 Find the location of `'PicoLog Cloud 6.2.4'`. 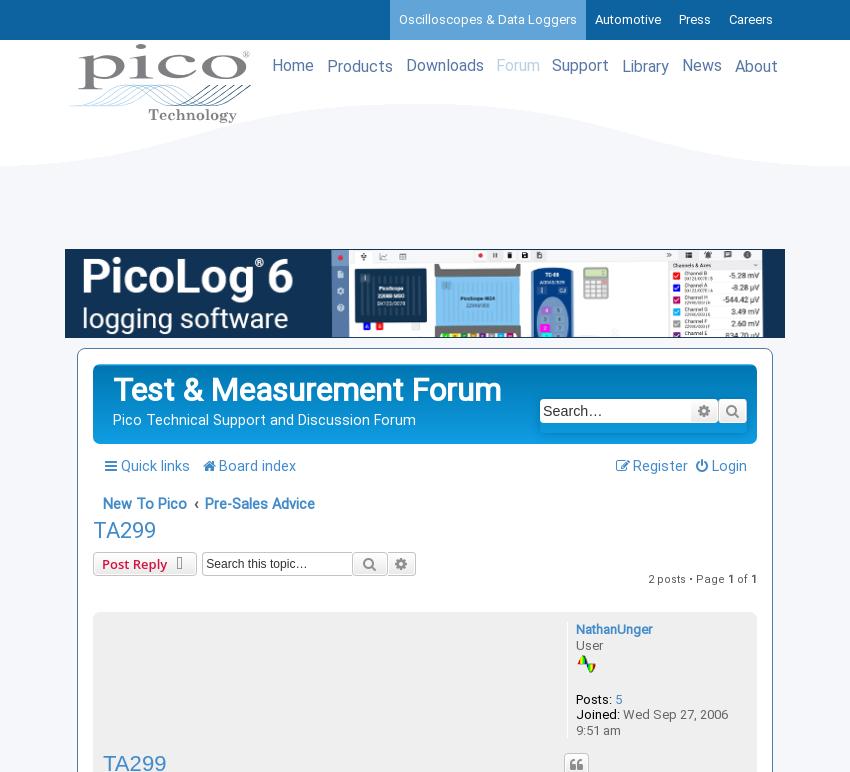

'PicoLog Cloud 6.2.4' is located at coordinates (157, 358).